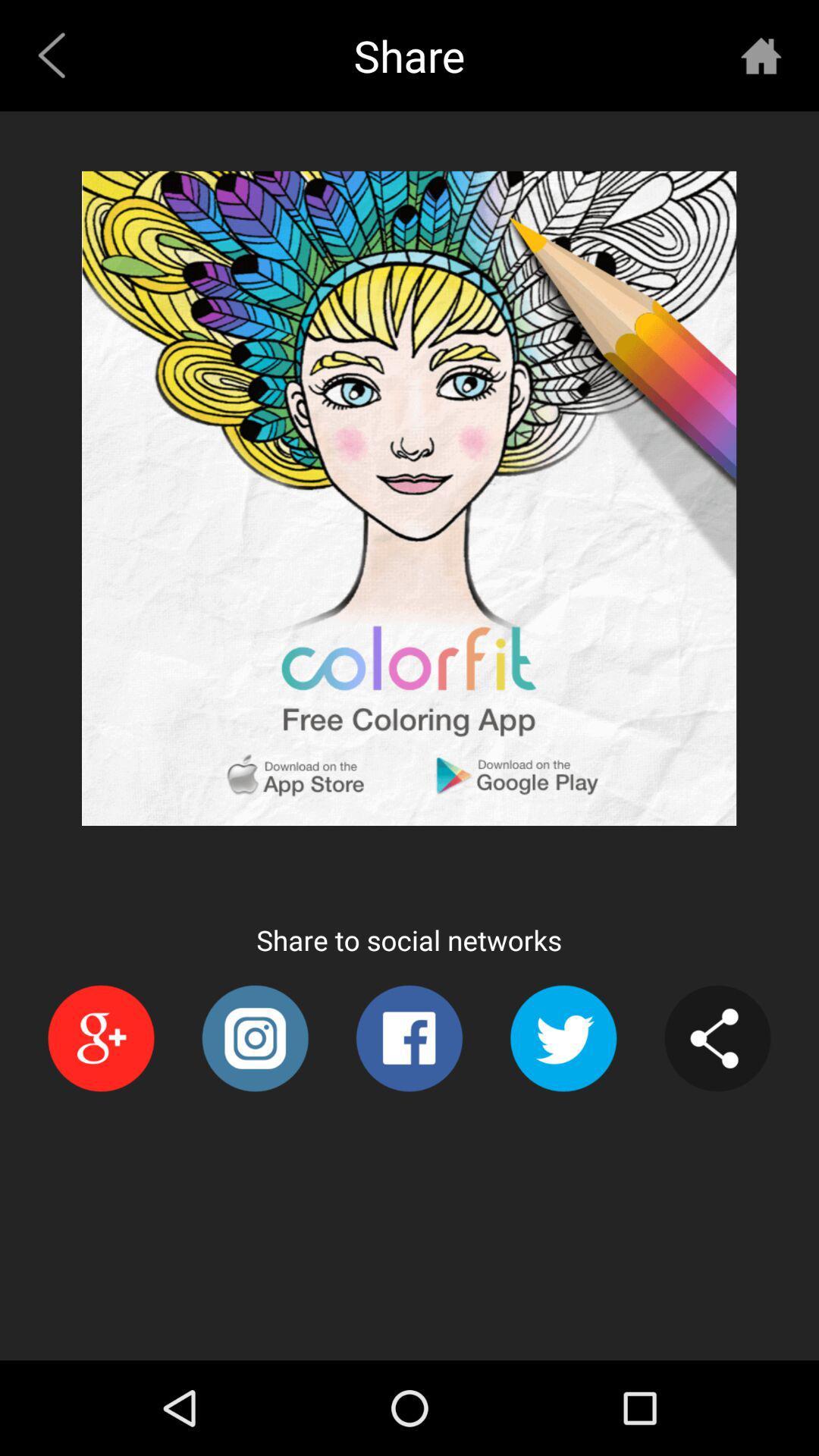 The image size is (819, 1456). What do you see at coordinates (101, 1037) in the screenshot?
I see `google app` at bounding box center [101, 1037].